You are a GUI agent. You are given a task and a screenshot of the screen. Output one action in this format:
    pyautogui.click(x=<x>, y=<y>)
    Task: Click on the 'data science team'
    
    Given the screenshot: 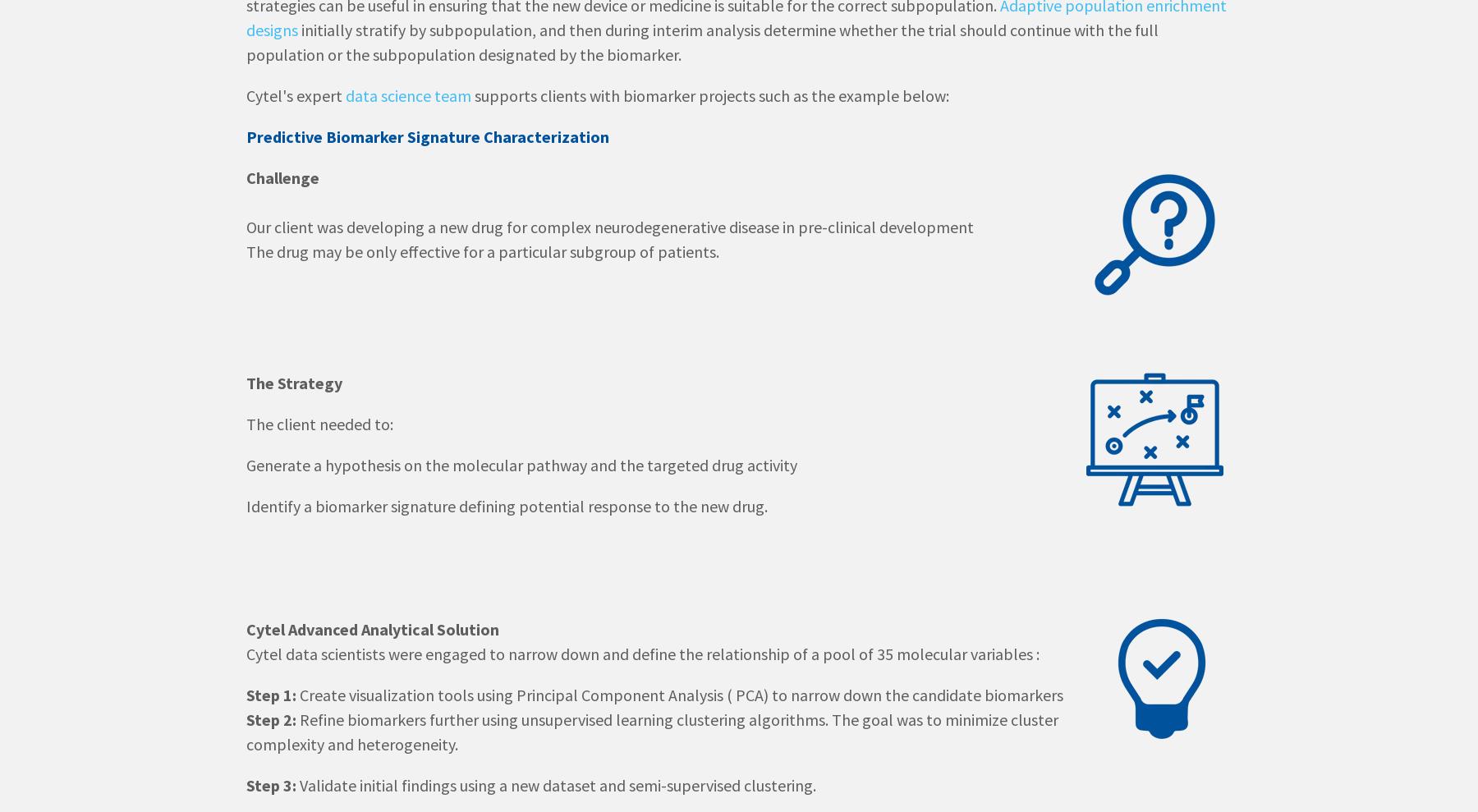 What is the action you would take?
    pyautogui.click(x=407, y=94)
    